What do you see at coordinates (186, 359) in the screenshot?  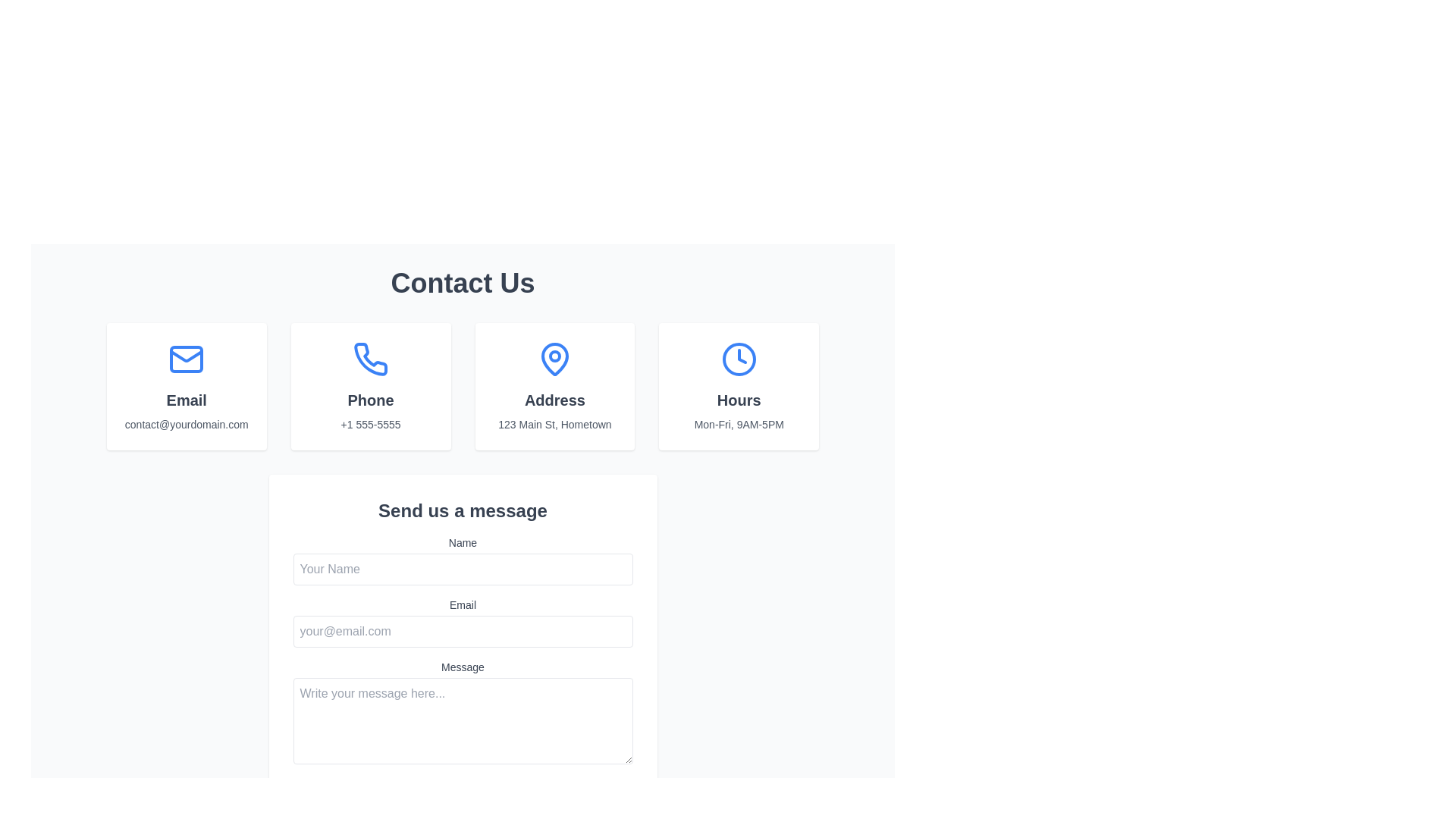 I see `the Email icon which is the first icon in the top row, containing the graphical representation of the contact information` at bounding box center [186, 359].